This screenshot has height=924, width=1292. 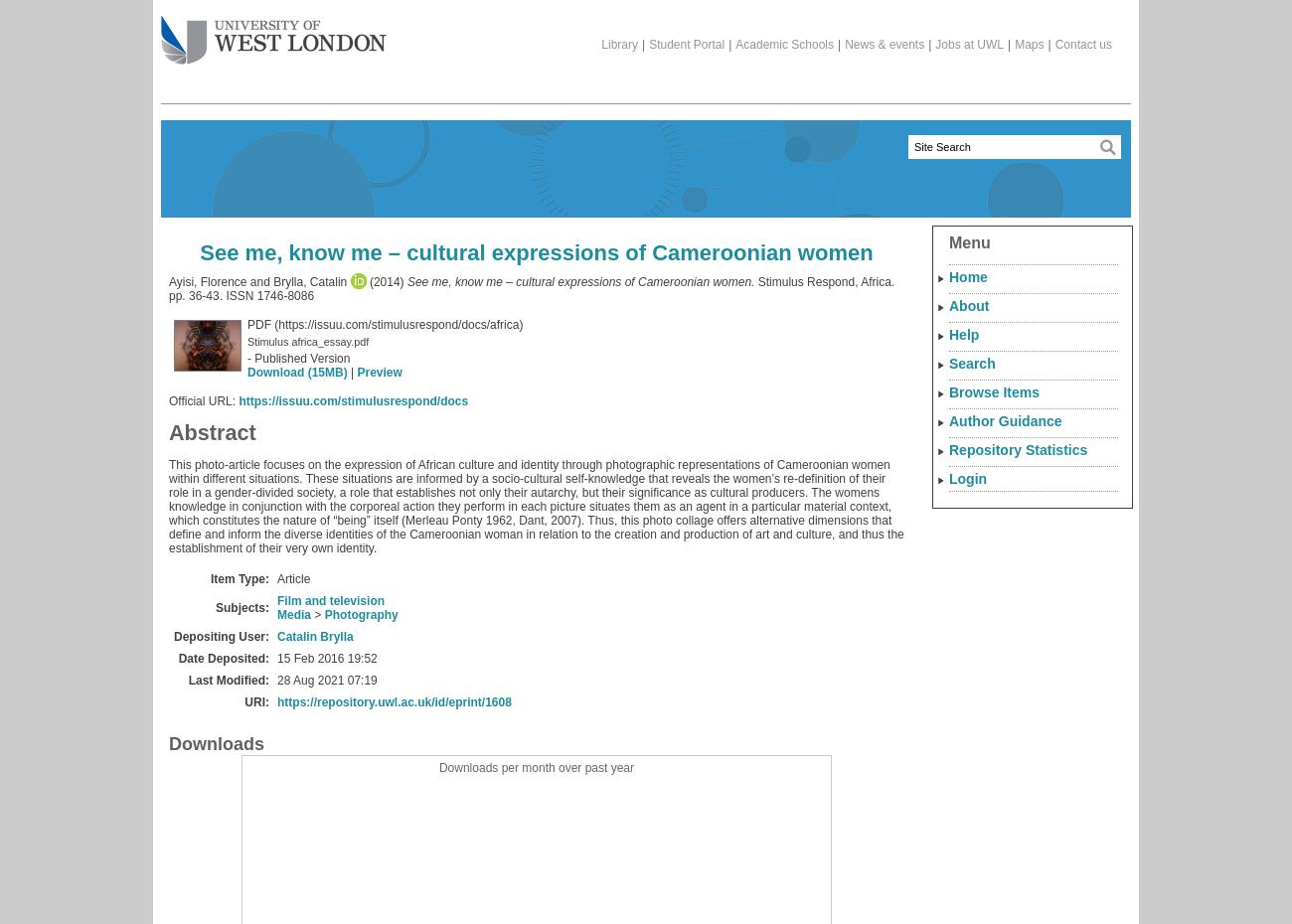 I want to click on 'Menu', so click(x=969, y=242).